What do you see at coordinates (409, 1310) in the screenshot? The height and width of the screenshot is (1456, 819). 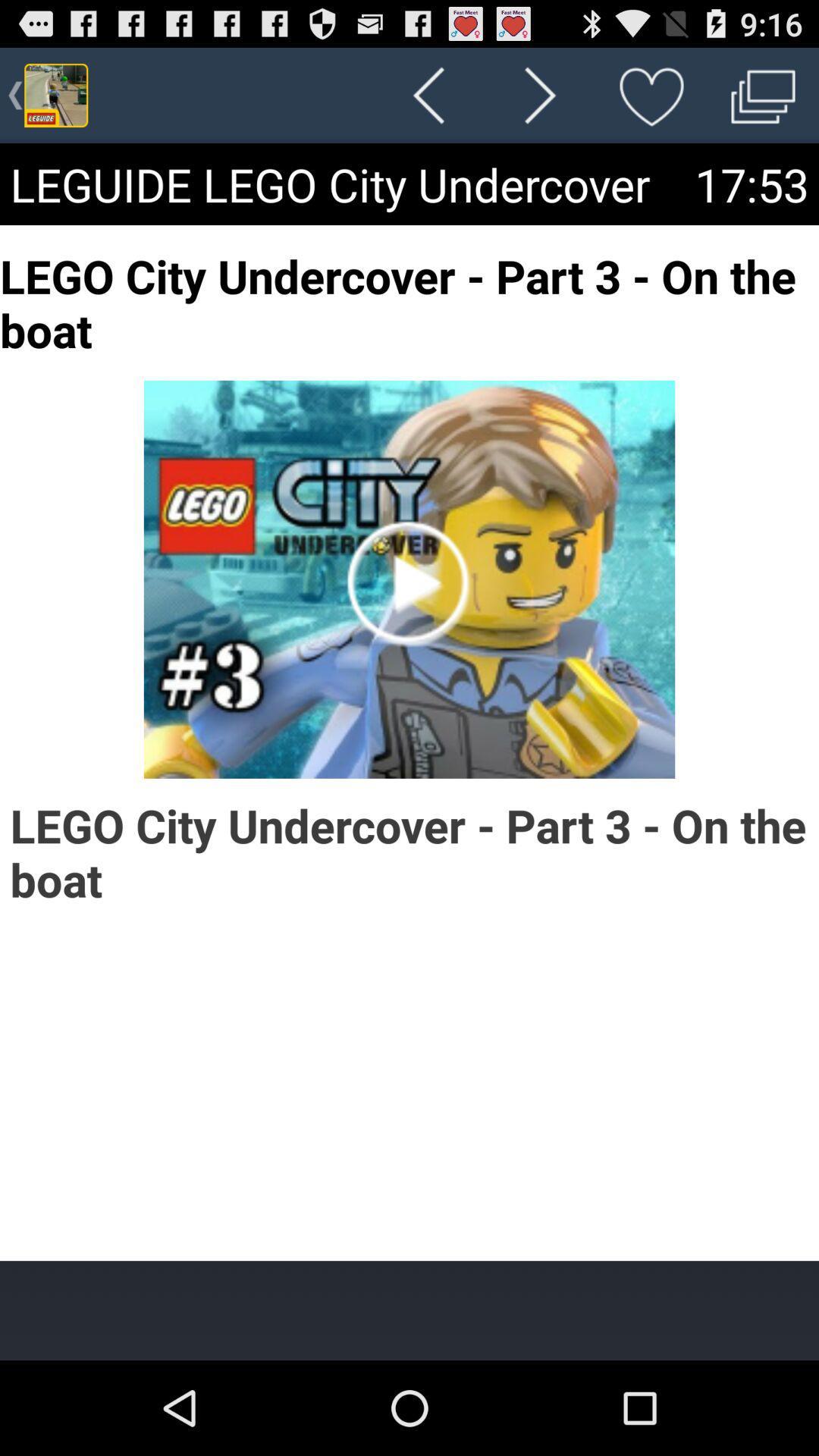 I see `item at the bottom` at bounding box center [409, 1310].